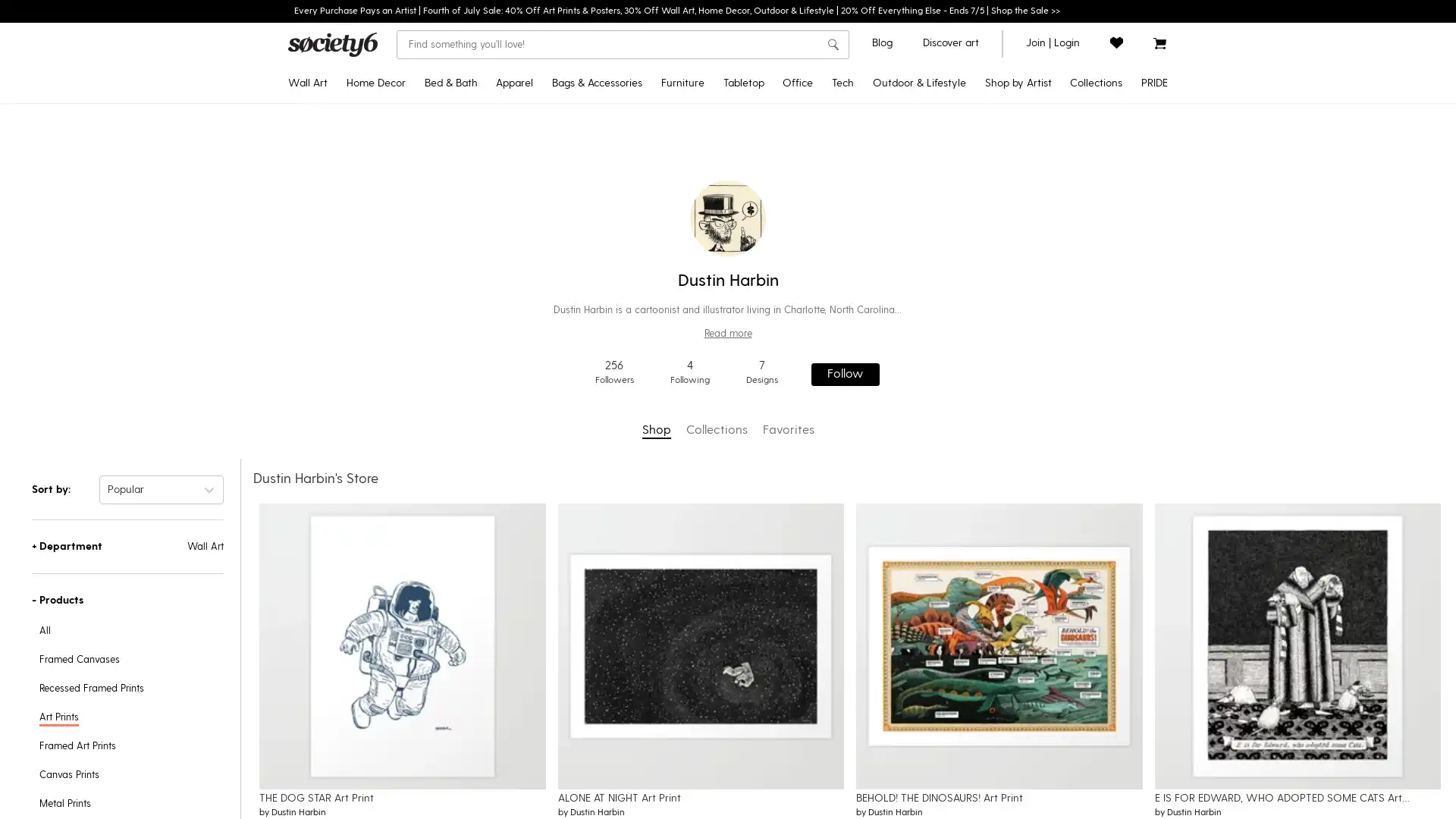 This screenshot has width=1456, height=819. What do you see at coordinates (483, 146) in the screenshot?
I see `Duvet Covers` at bounding box center [483, 146].